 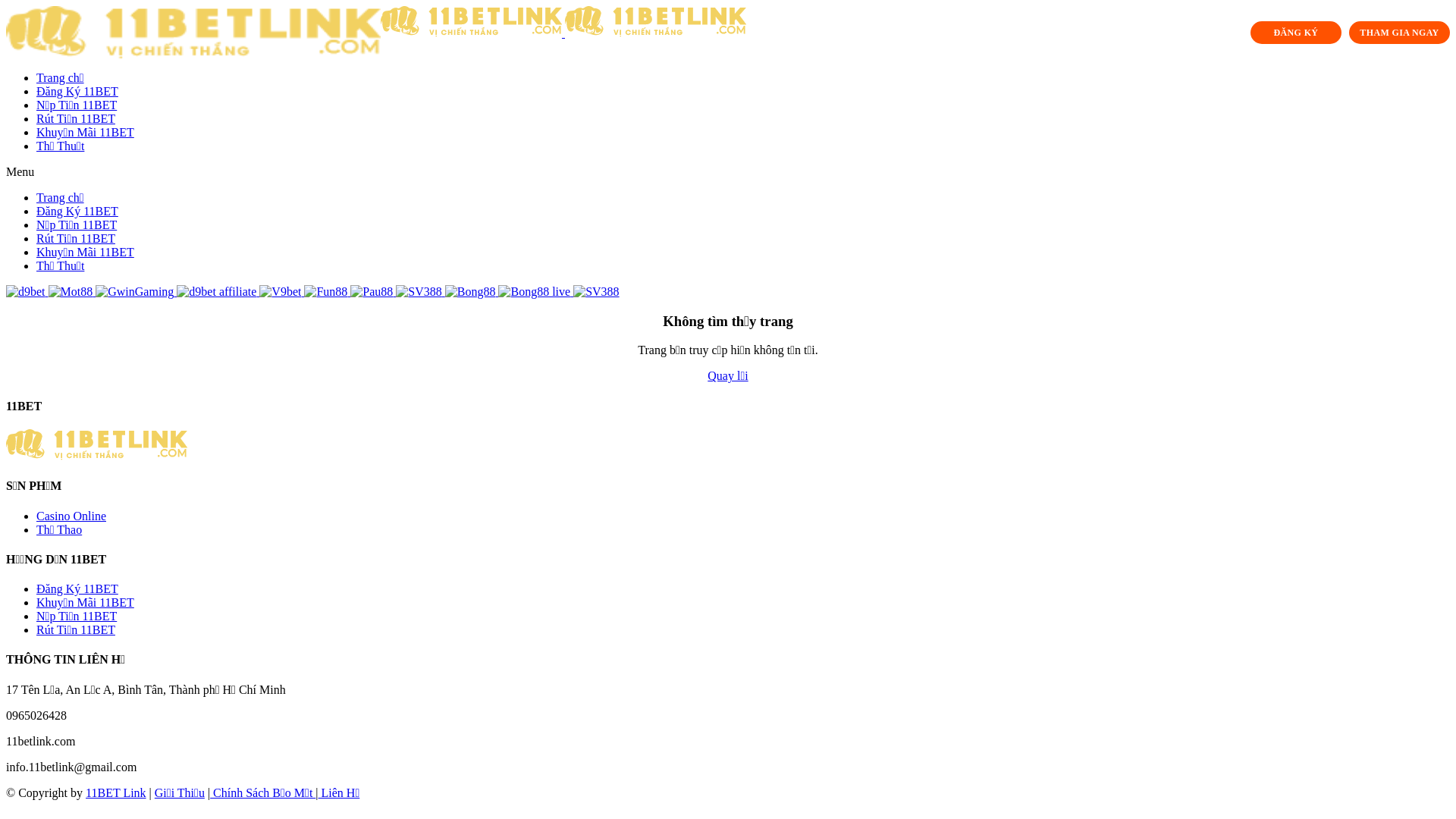 I want to click on 'Casino Online', so click(x=71, y=515).